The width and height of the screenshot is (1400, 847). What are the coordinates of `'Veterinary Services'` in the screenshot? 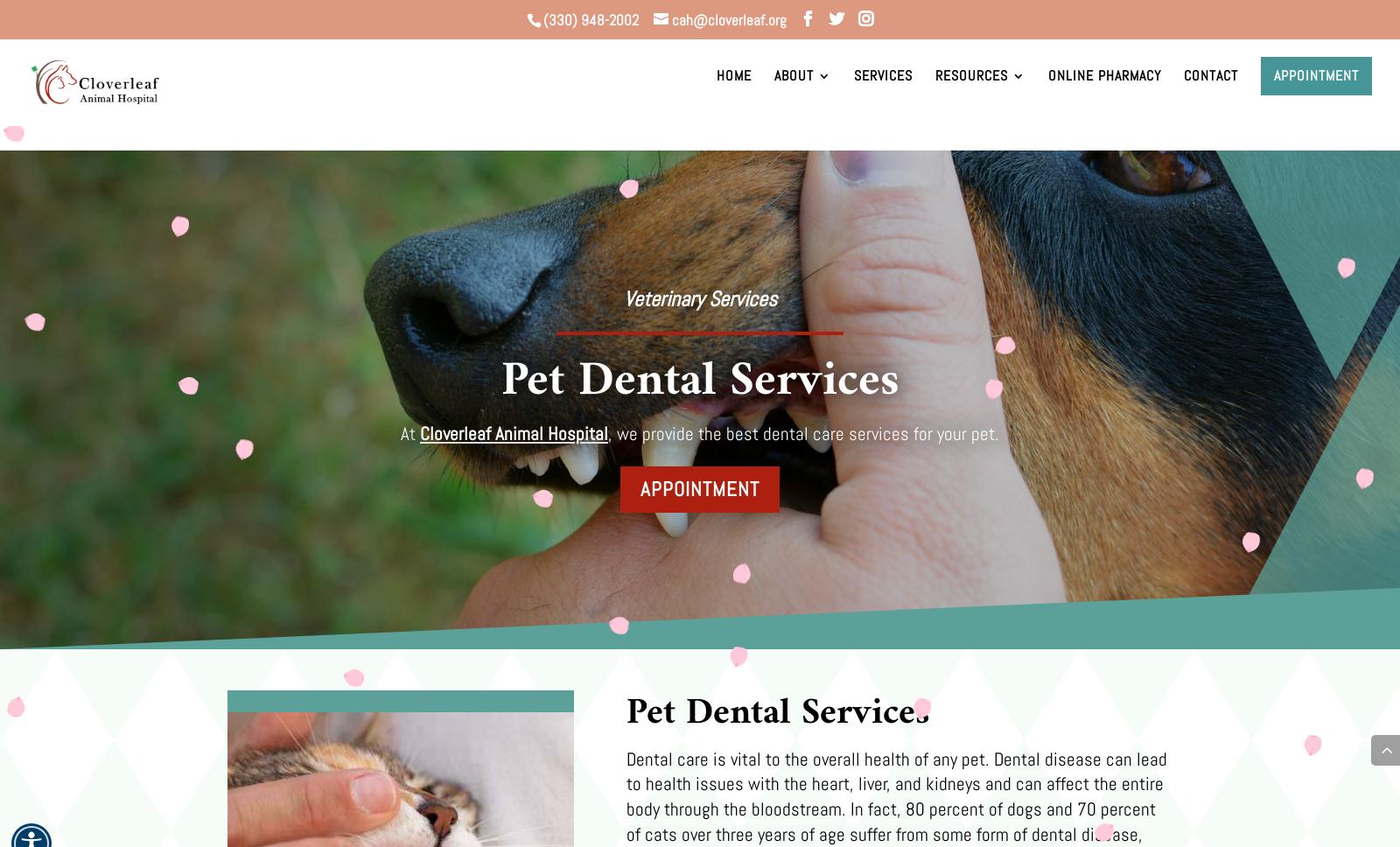 It's located at (699, 298).